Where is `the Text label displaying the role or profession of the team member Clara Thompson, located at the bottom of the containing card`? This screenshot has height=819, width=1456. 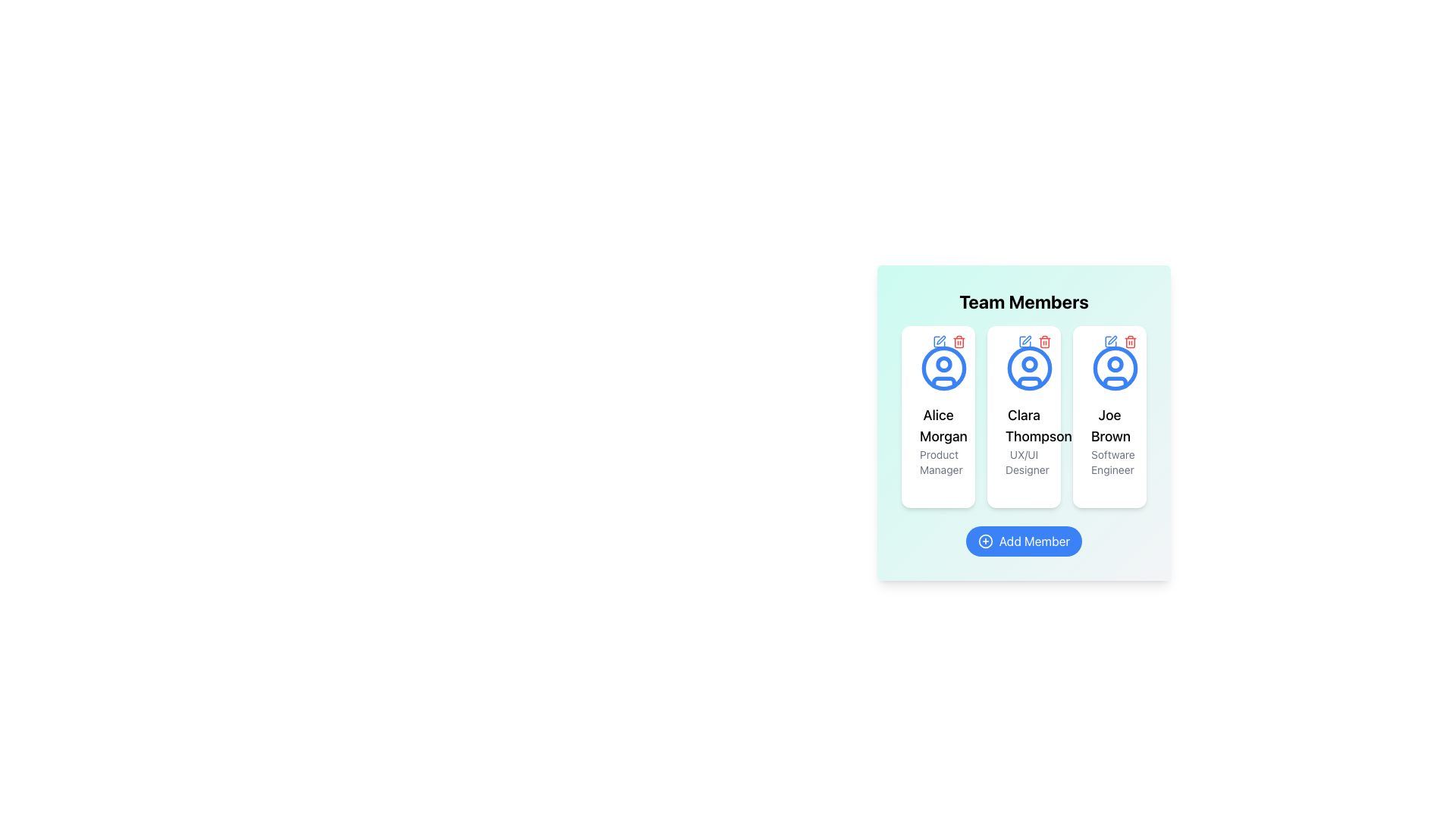 the Text label displaying the role or profession of the team member Clara Thompson, located at the bottom of the containing card is located at coordinates (1024, 461).